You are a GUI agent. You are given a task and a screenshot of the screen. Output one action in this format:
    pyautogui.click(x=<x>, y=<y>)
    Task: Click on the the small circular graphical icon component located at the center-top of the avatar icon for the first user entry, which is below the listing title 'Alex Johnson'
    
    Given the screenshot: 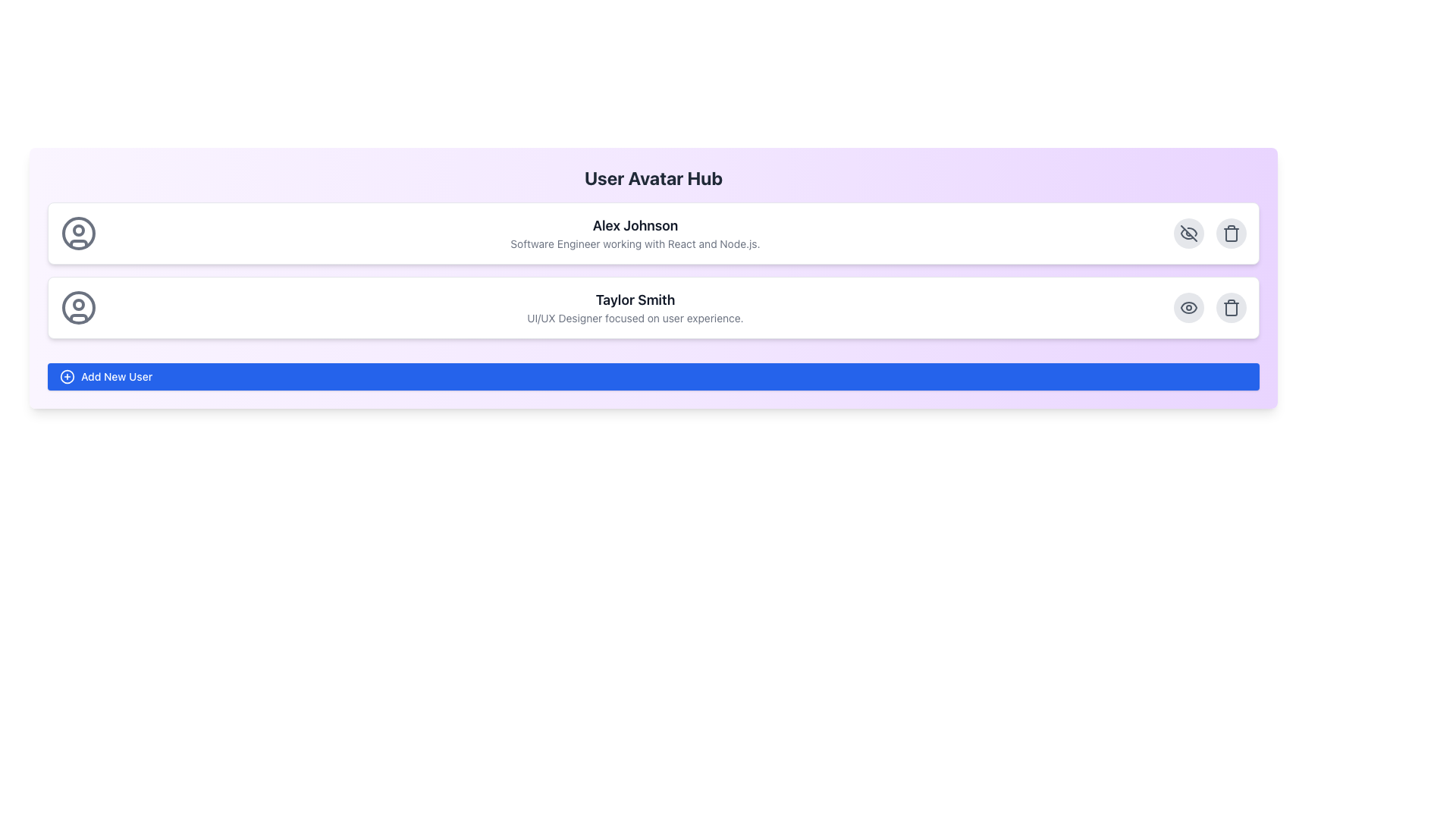 What is the action you would take?
    pyautogui.click(x=78, y=231)
    